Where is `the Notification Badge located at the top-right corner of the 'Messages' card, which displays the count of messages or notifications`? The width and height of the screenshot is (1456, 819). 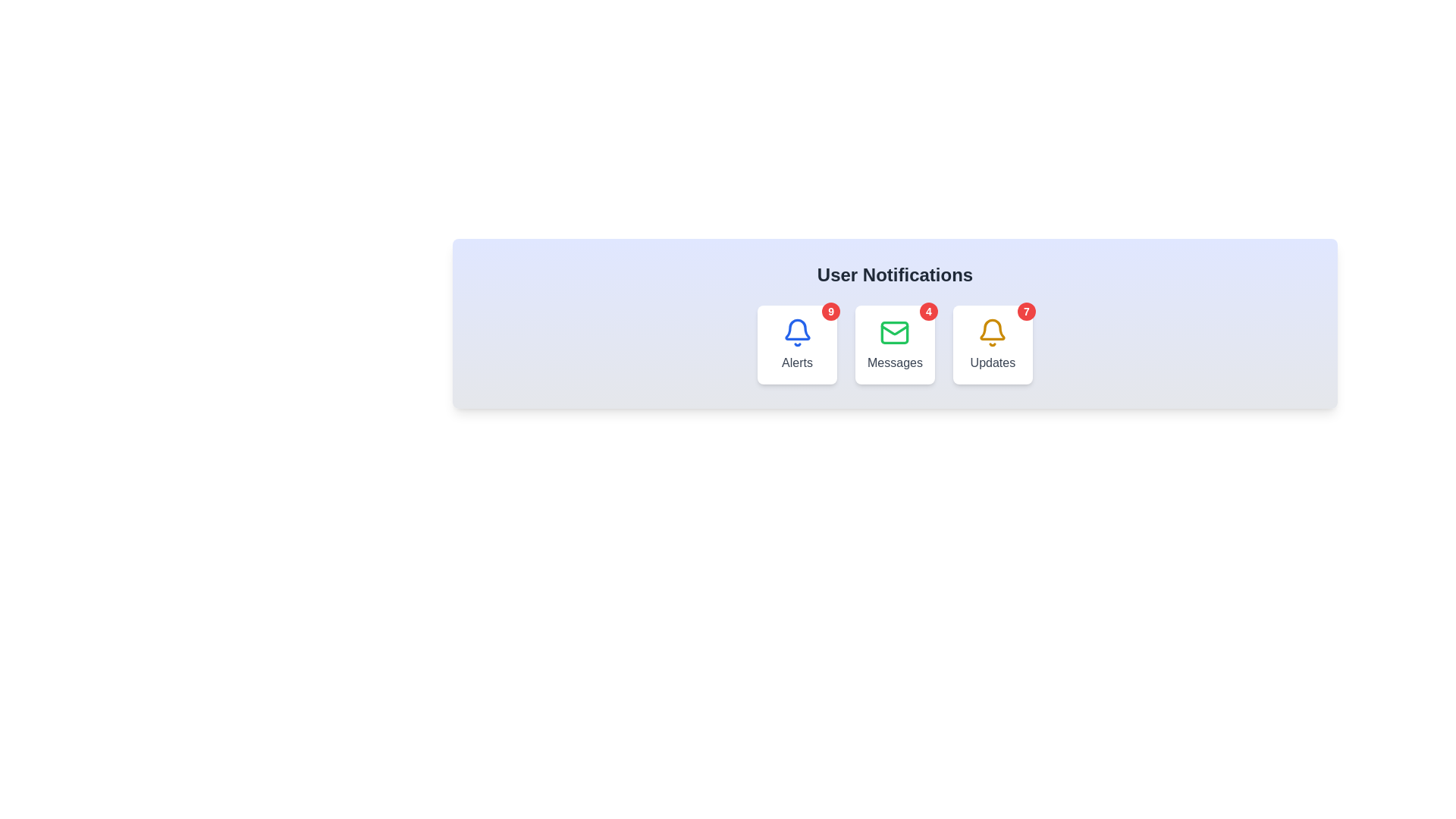
the Notification Badge located at the top-right corner of the 'Messages' card, which displays the count of messages or notifications is located at coordinates (927, 311).